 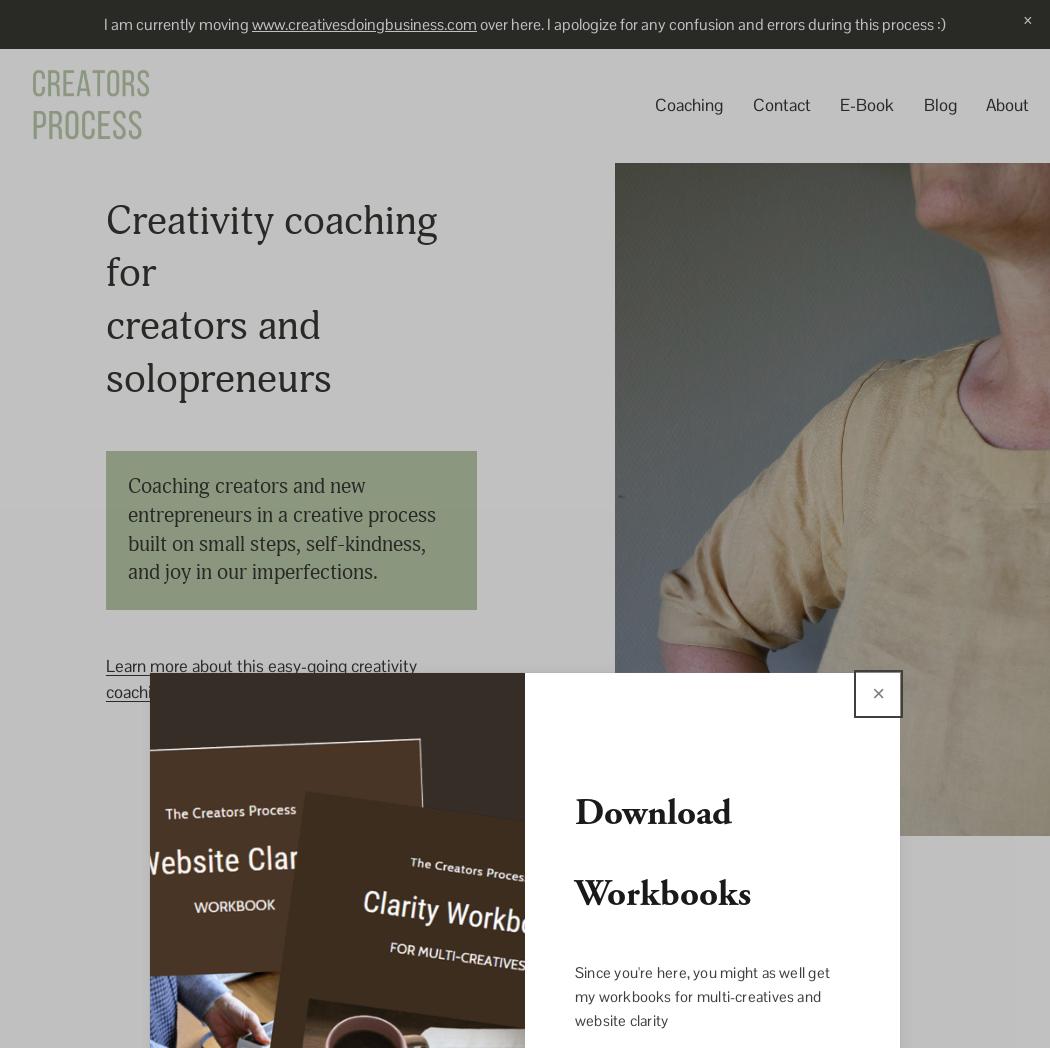 What do you see at coordinates (275, 247) in the screenshot?
I see `'Creativity coaching for'` at bounding box center [275, 247].